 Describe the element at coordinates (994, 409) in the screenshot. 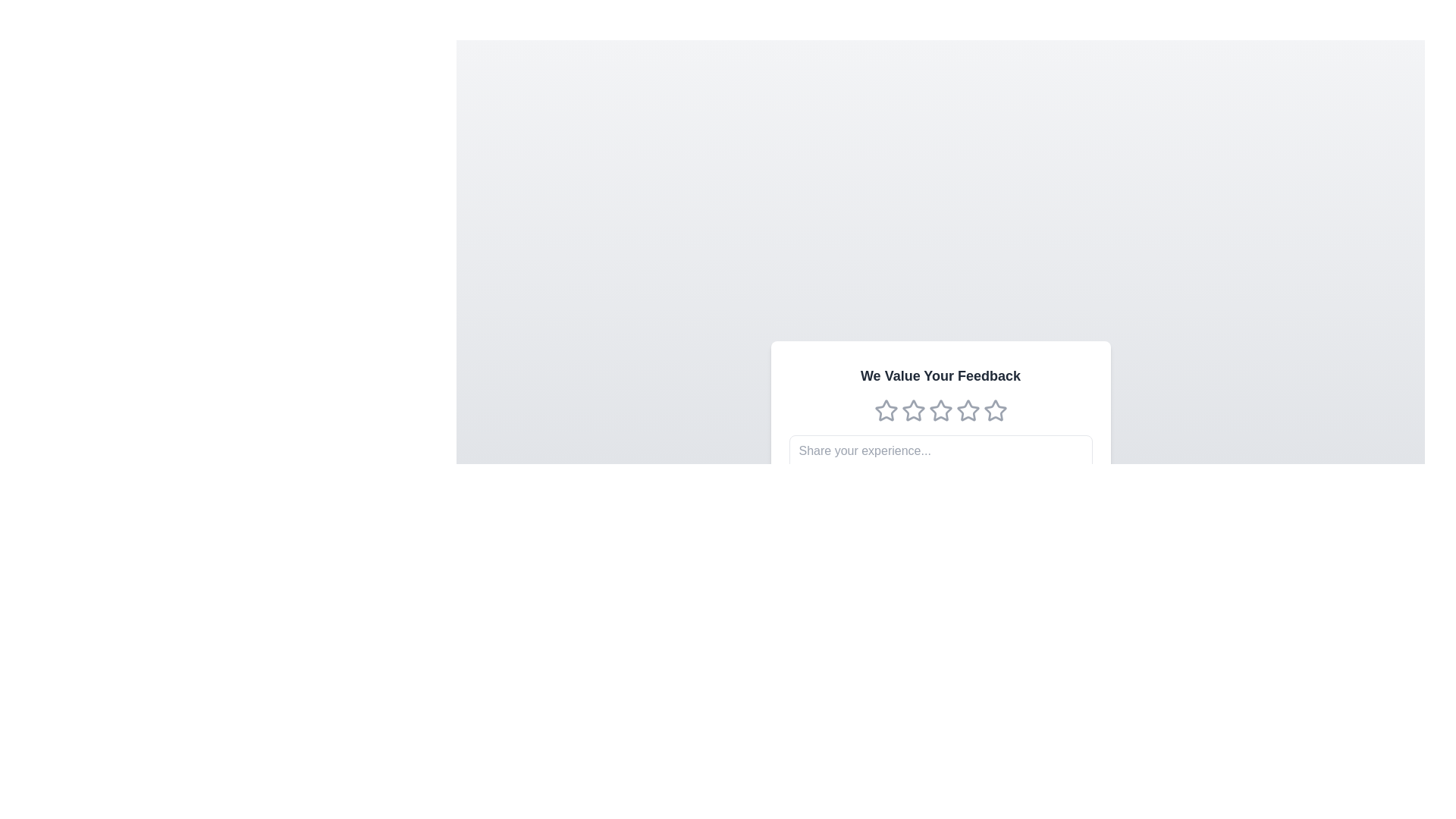

I see `the fifth star-shaped rating icon with a gray outline located below the text 'We Value Your Feedback'` at that location.